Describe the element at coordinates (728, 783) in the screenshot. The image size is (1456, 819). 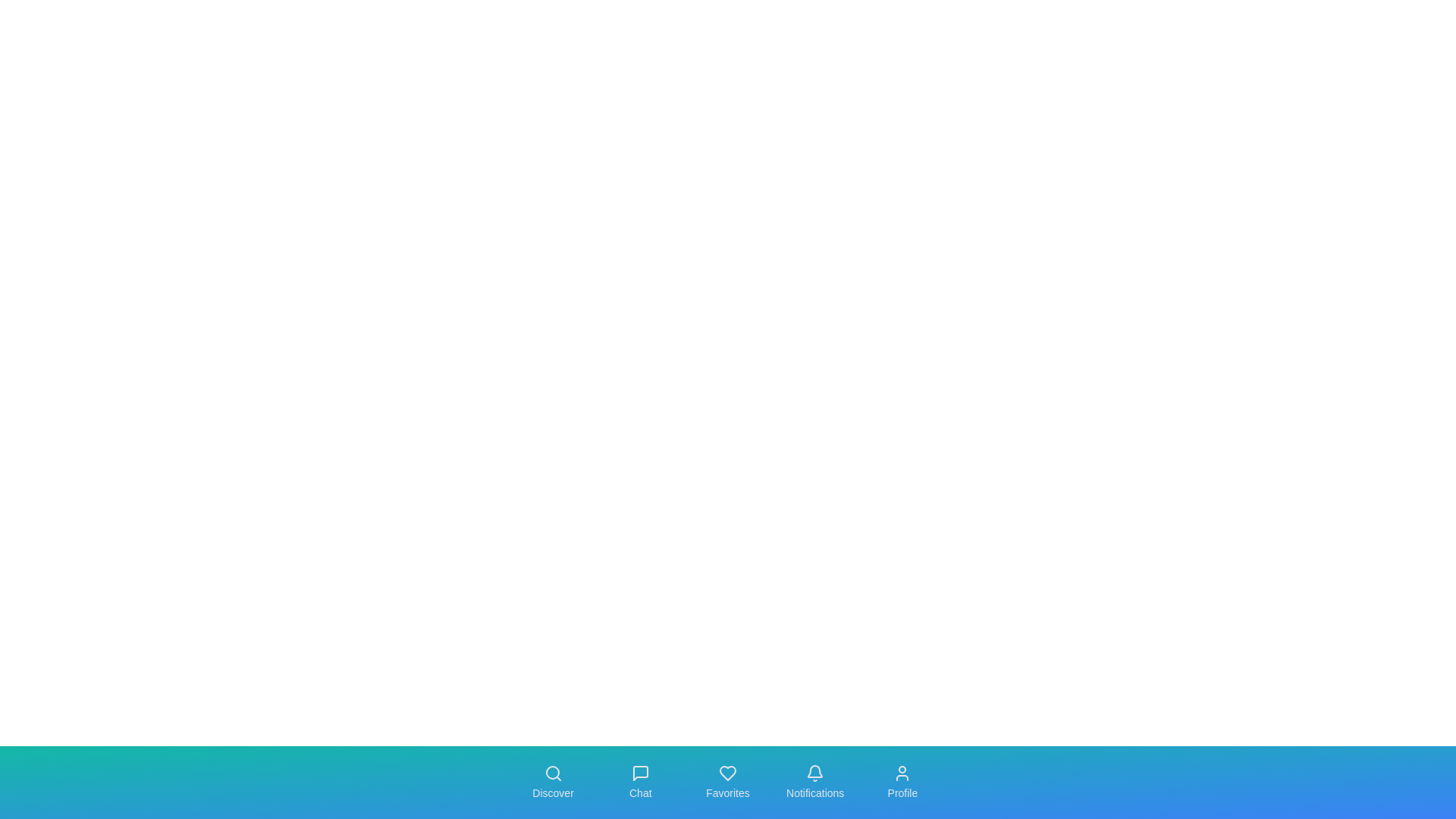
I see `the navigation tab labeled Favorites` at that location.